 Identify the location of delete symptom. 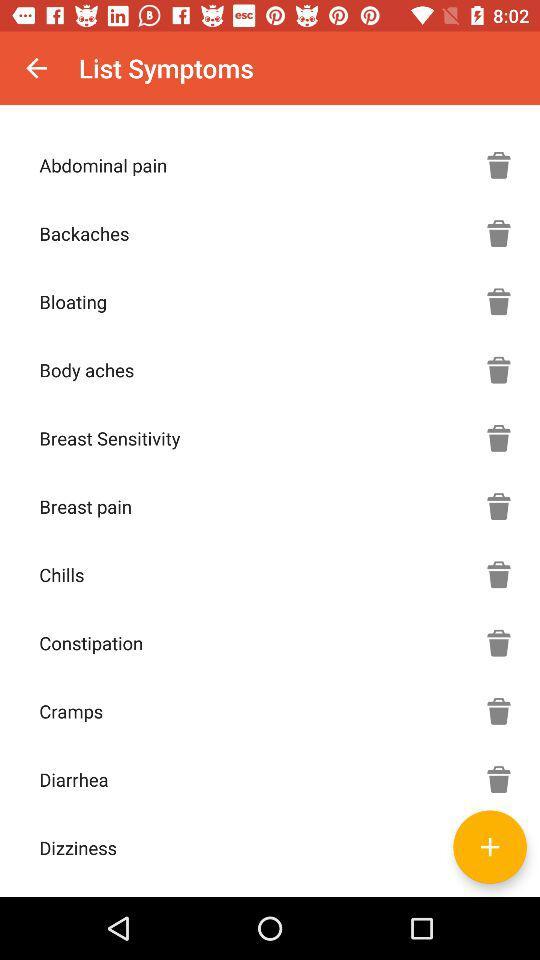
(498, 164).